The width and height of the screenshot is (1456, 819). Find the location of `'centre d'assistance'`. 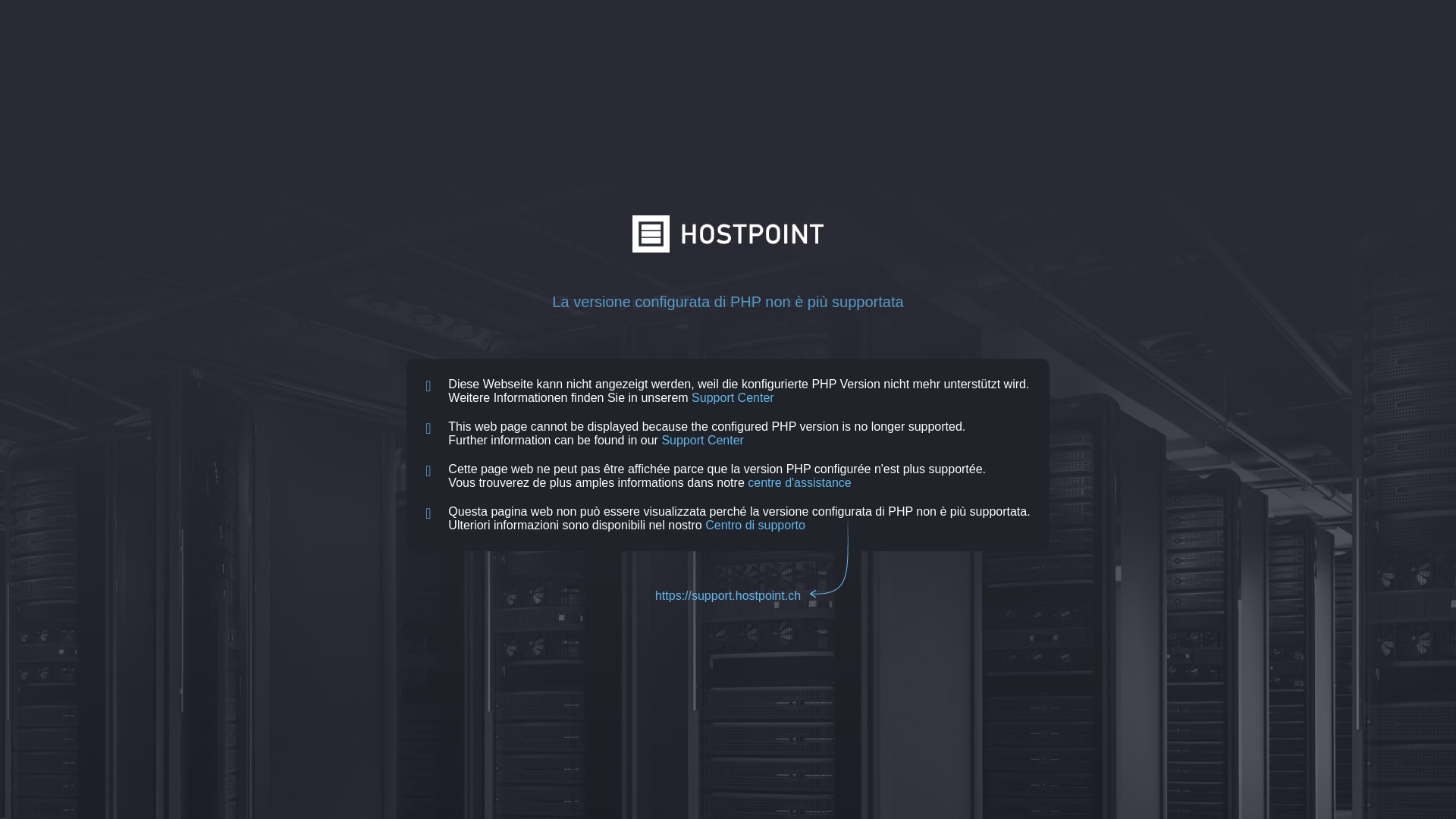

'centre d'assistance' is located at coordinates (799, 482).